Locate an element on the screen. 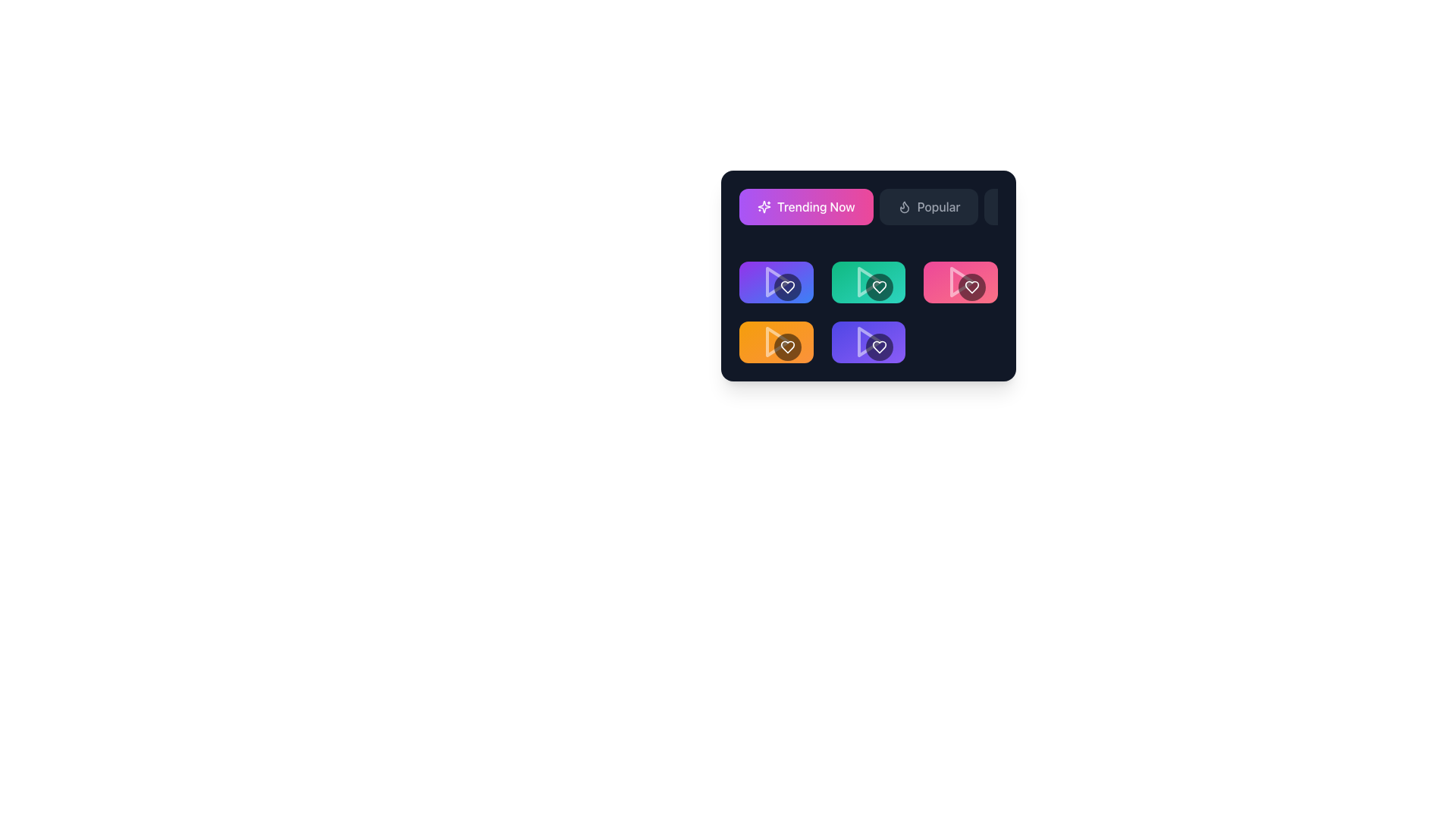  the button displaying '178K' with a thumbs-up icon to engage with the represented action is located at coordinates (786, 334).